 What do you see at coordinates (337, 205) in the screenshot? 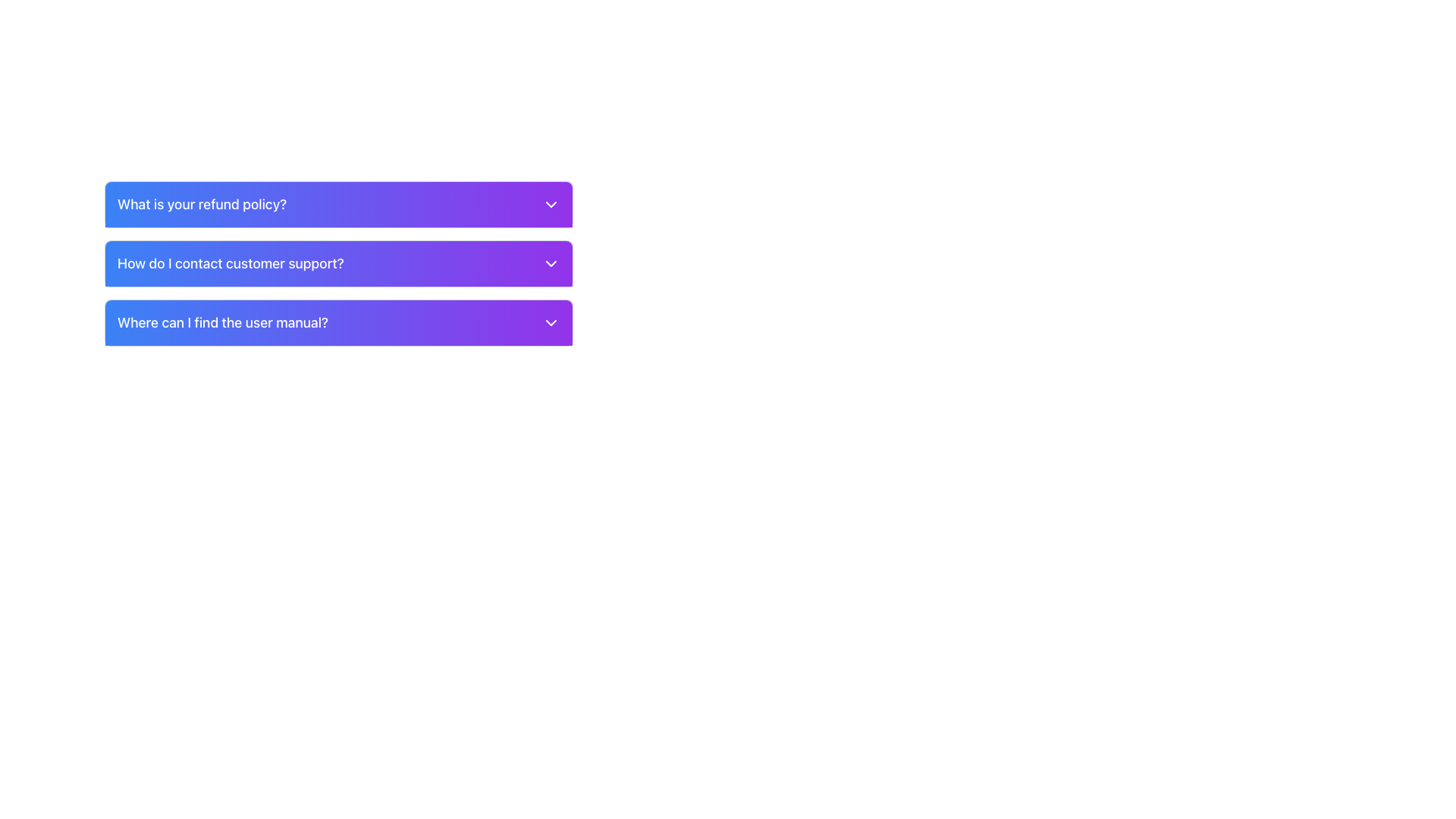
I see `collapsible header element with the text 'What is your refund policy?' and the chevron-down icon located at the top of the vertical stack of similar elements` at bounding box center [337, 205].